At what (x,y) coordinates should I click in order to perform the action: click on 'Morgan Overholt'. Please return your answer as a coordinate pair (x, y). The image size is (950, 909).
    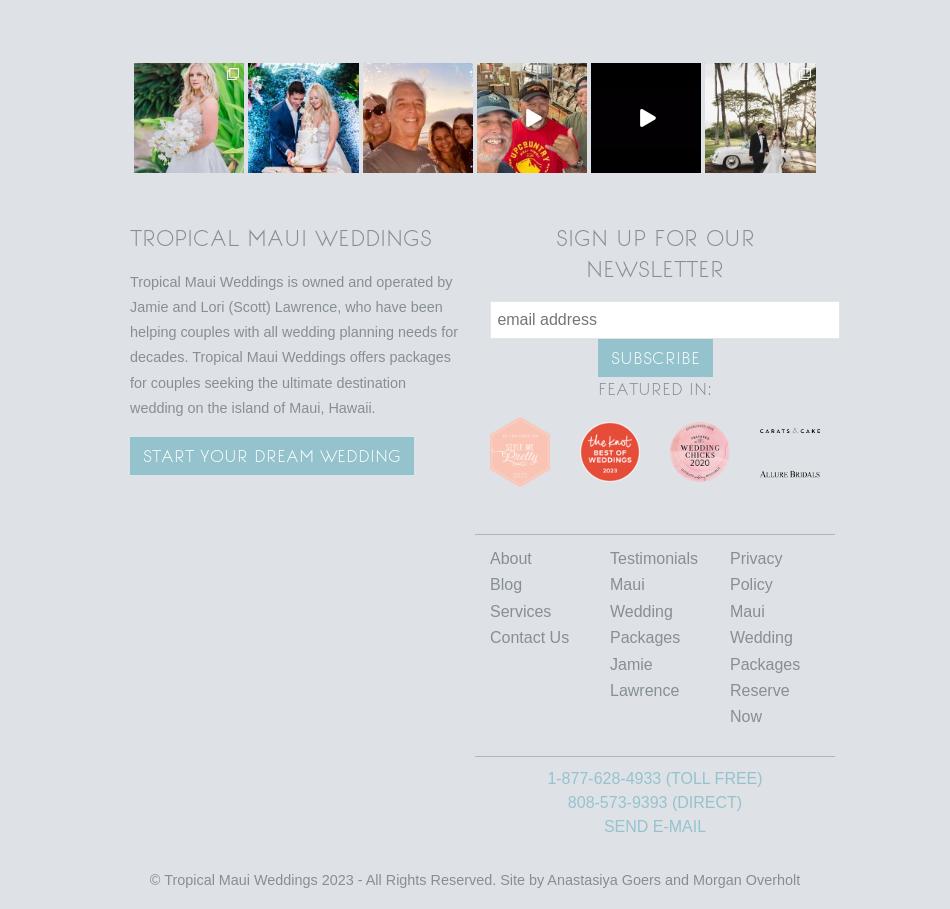
    Looking at the image, I should click on (745, 880).